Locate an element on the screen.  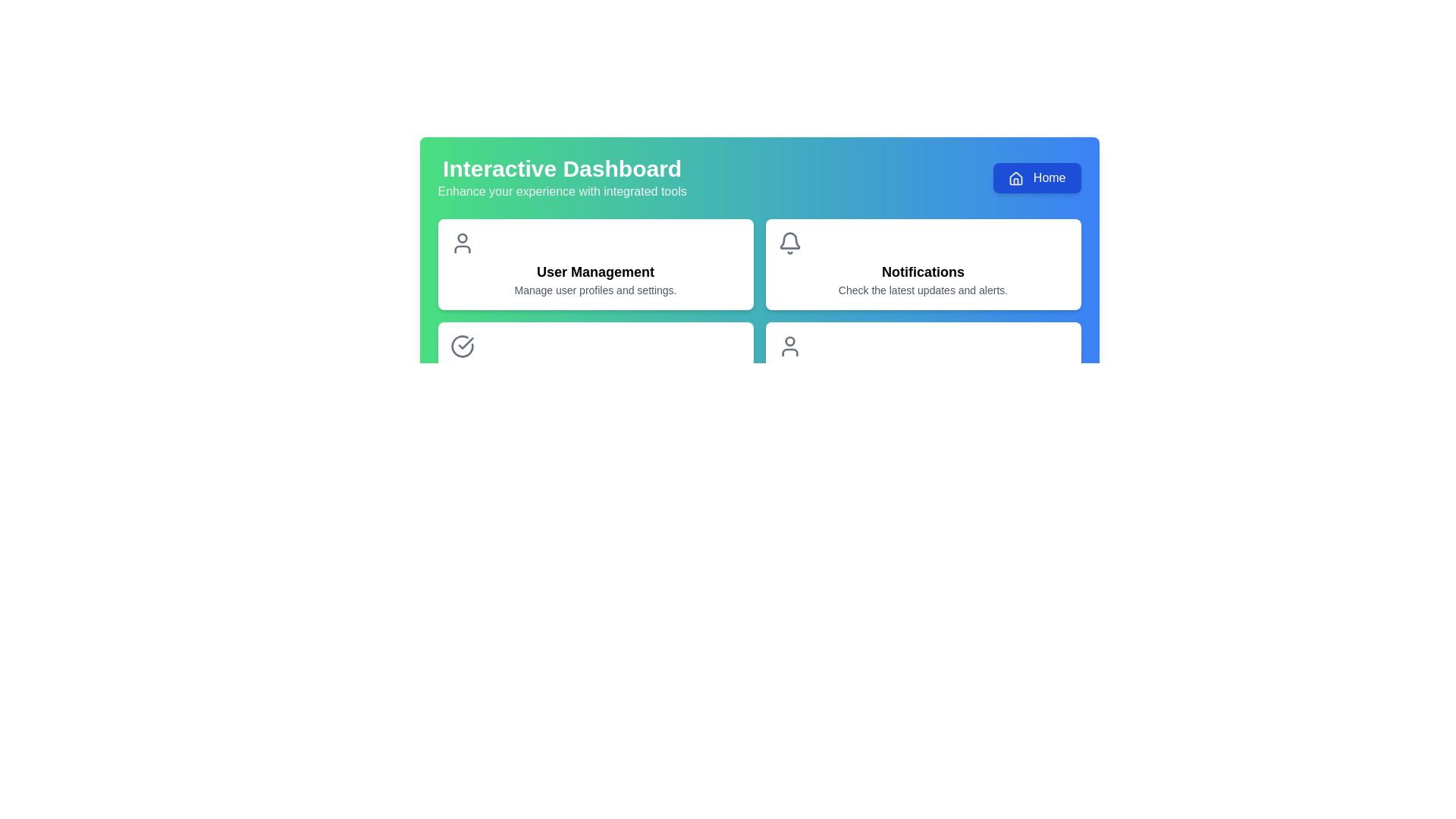
the title text element labeled 'Interactive Dashboard', which is located at the top-left section of the interface is located at coordinates (561, 169).